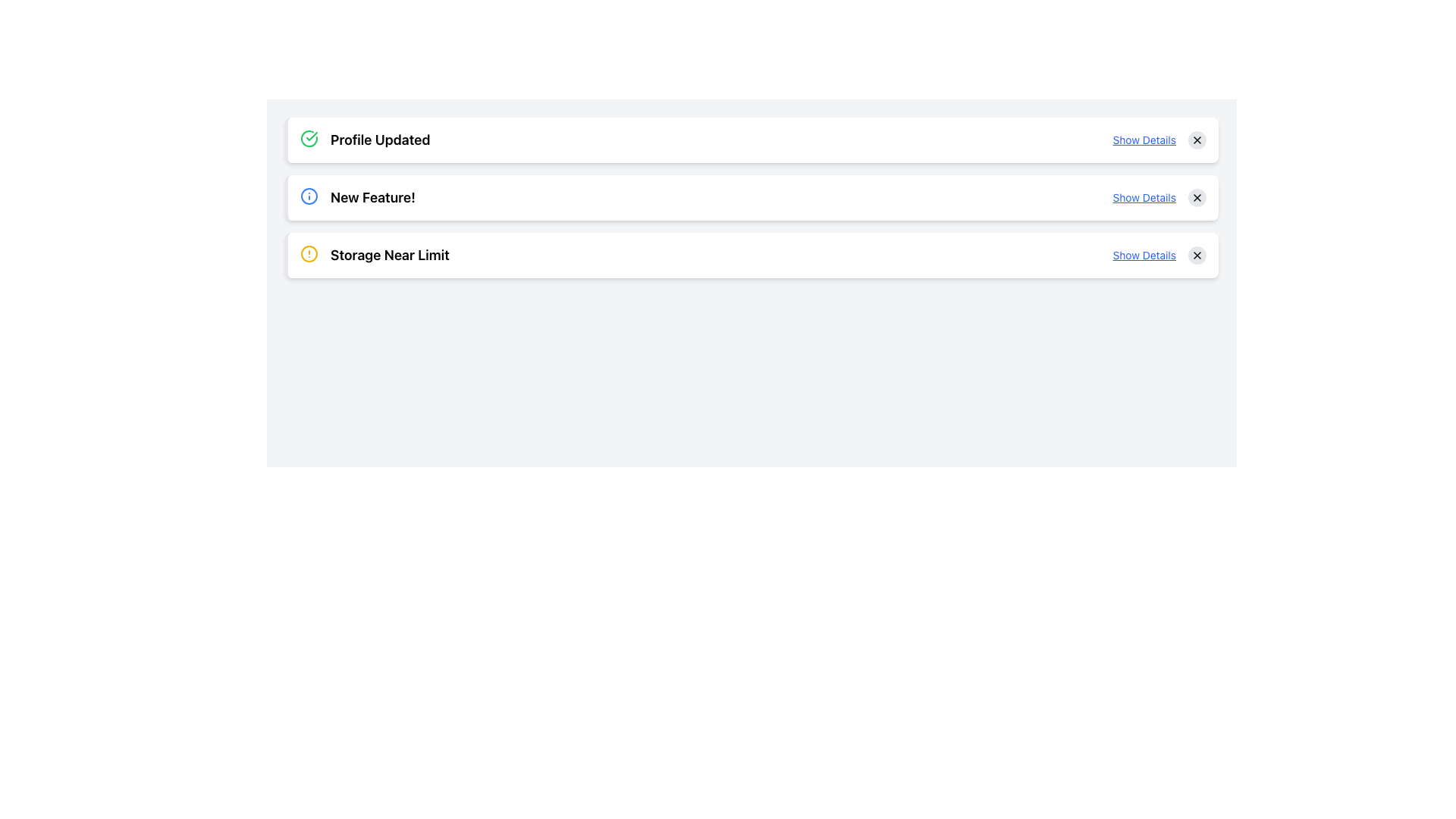 Image resolution: width=1456 pixels, height=819 pixels. Describe the element at coordinates (1144, 197) in the screenshot. I see `the text link styled in a smaller font size, underlined, and blue color located in the second card of the list` at that location.